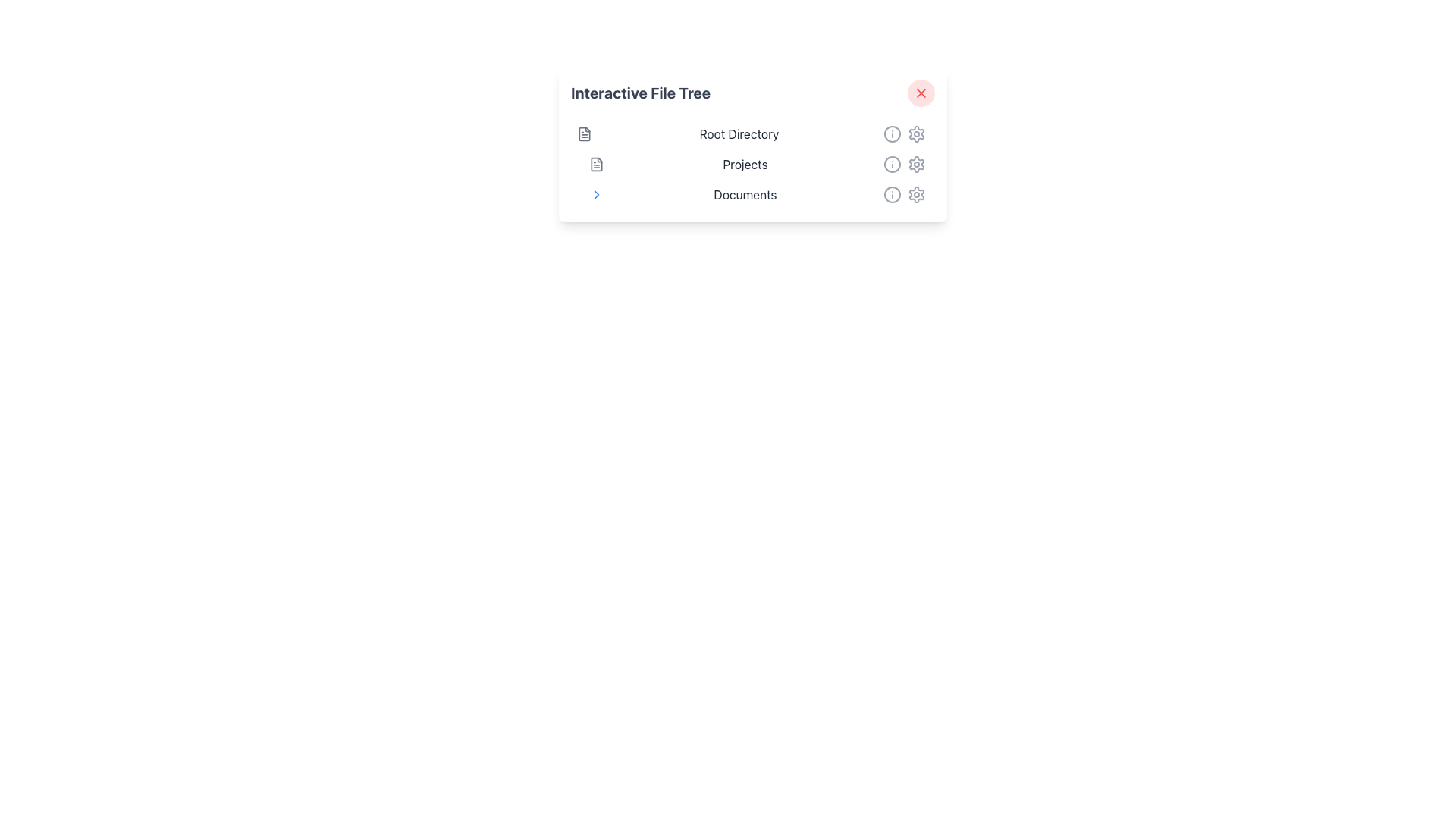  I want to click on the first visual block icon representing a document, which is styled in subtle gray tones and located to the left of the 'Root Directory' text for contextual information, so click(584, 133).